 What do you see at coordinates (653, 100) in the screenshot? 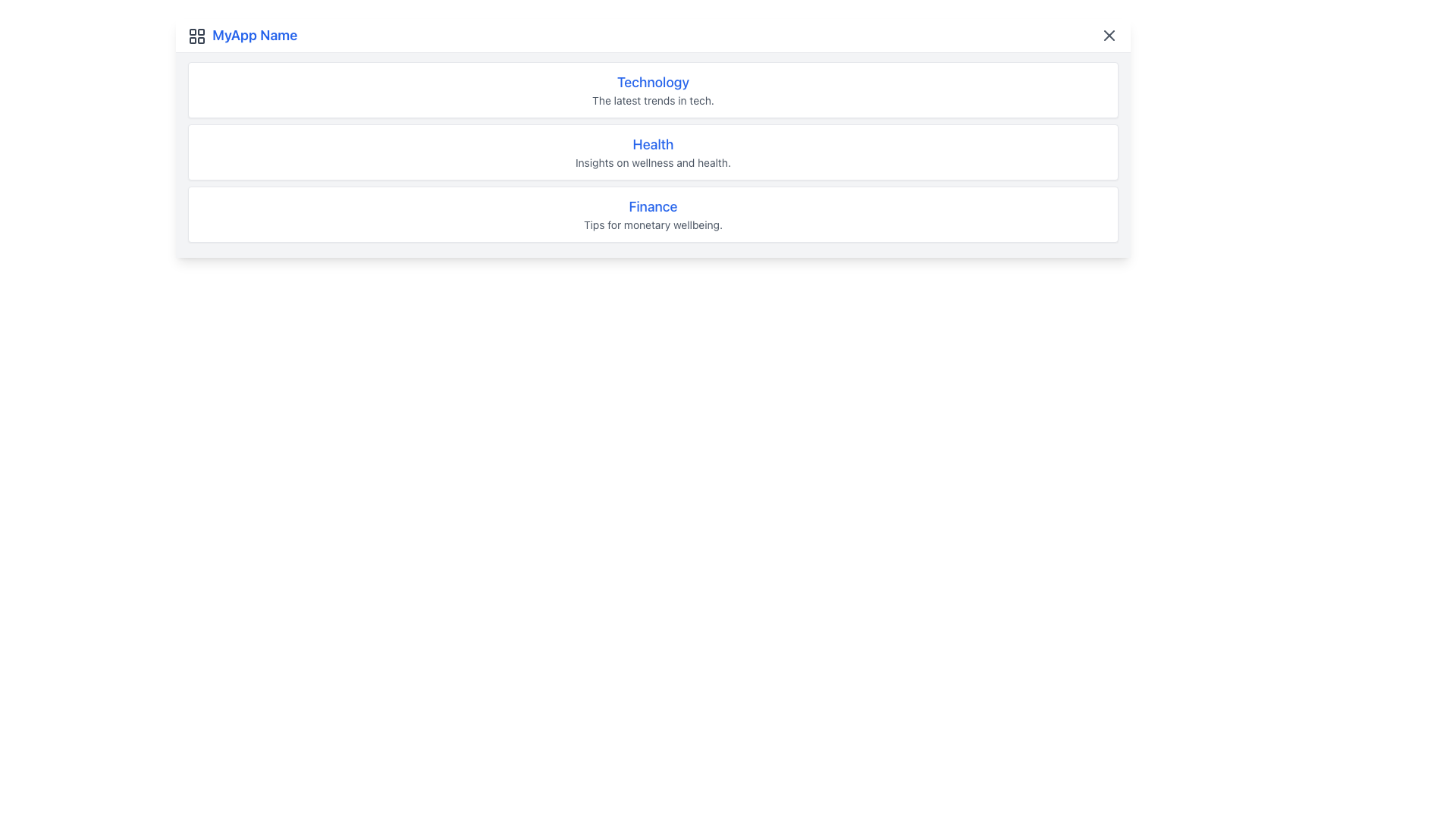
I see `the text label that reads 'The latest trends in tech.' which is styled in a small, gray font and positioned below the heading 'Technology.'` at bounding box center [653, 100].